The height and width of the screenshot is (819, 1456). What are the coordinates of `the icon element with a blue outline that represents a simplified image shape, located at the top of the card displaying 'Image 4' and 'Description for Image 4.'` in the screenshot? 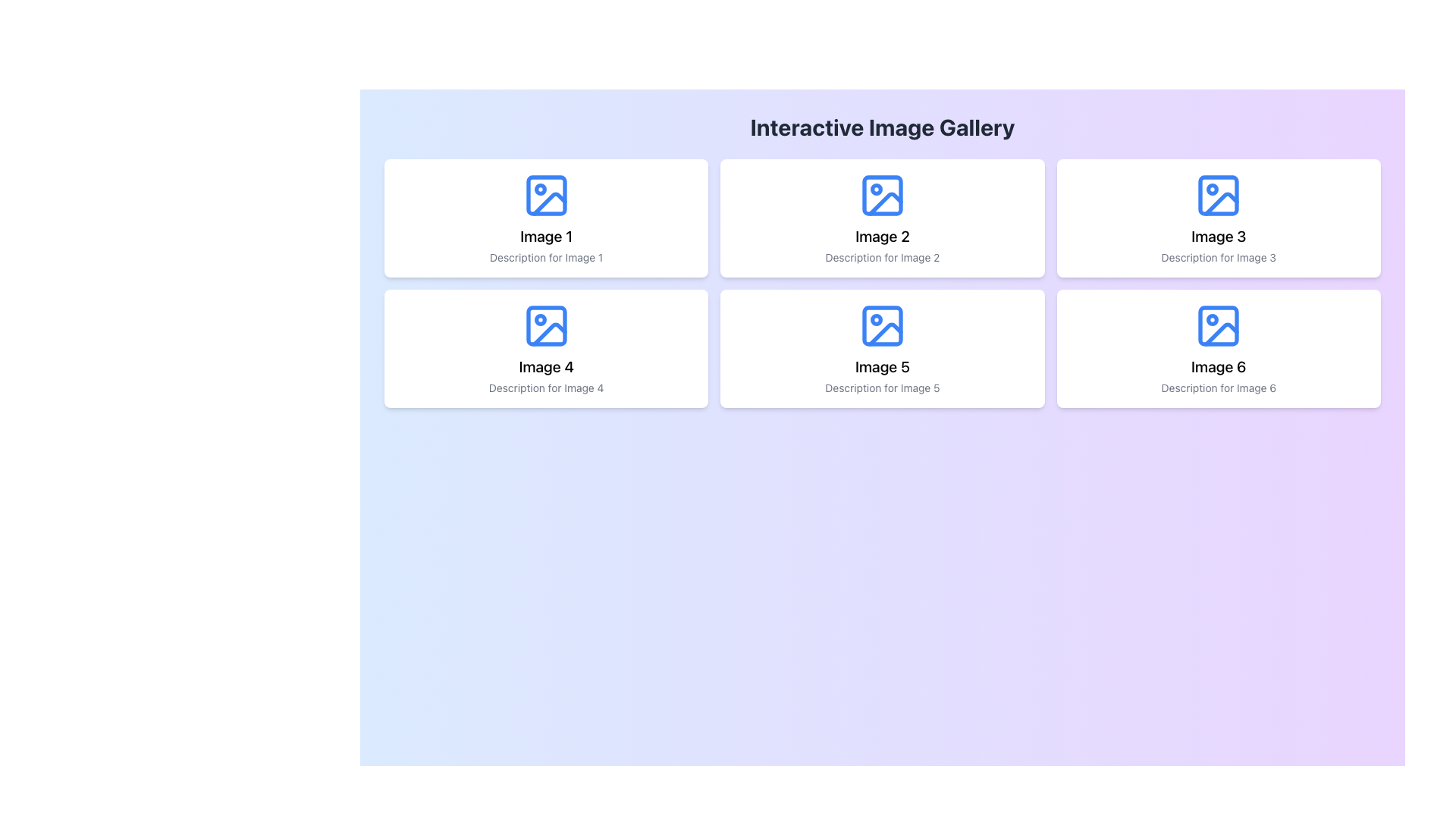 It's located at (546, 325).